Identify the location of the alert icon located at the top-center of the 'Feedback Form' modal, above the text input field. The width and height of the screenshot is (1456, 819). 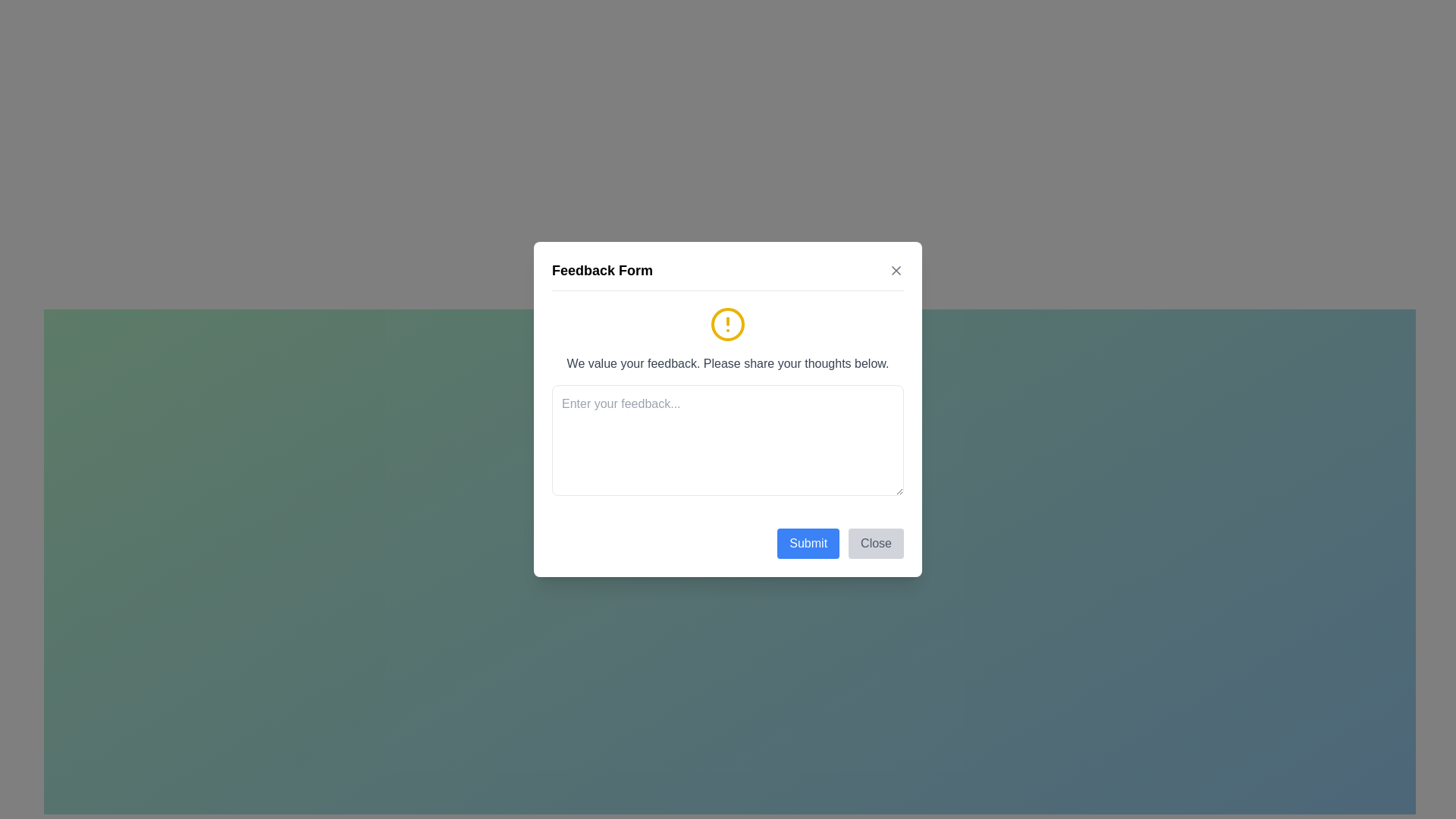
(728, 324).